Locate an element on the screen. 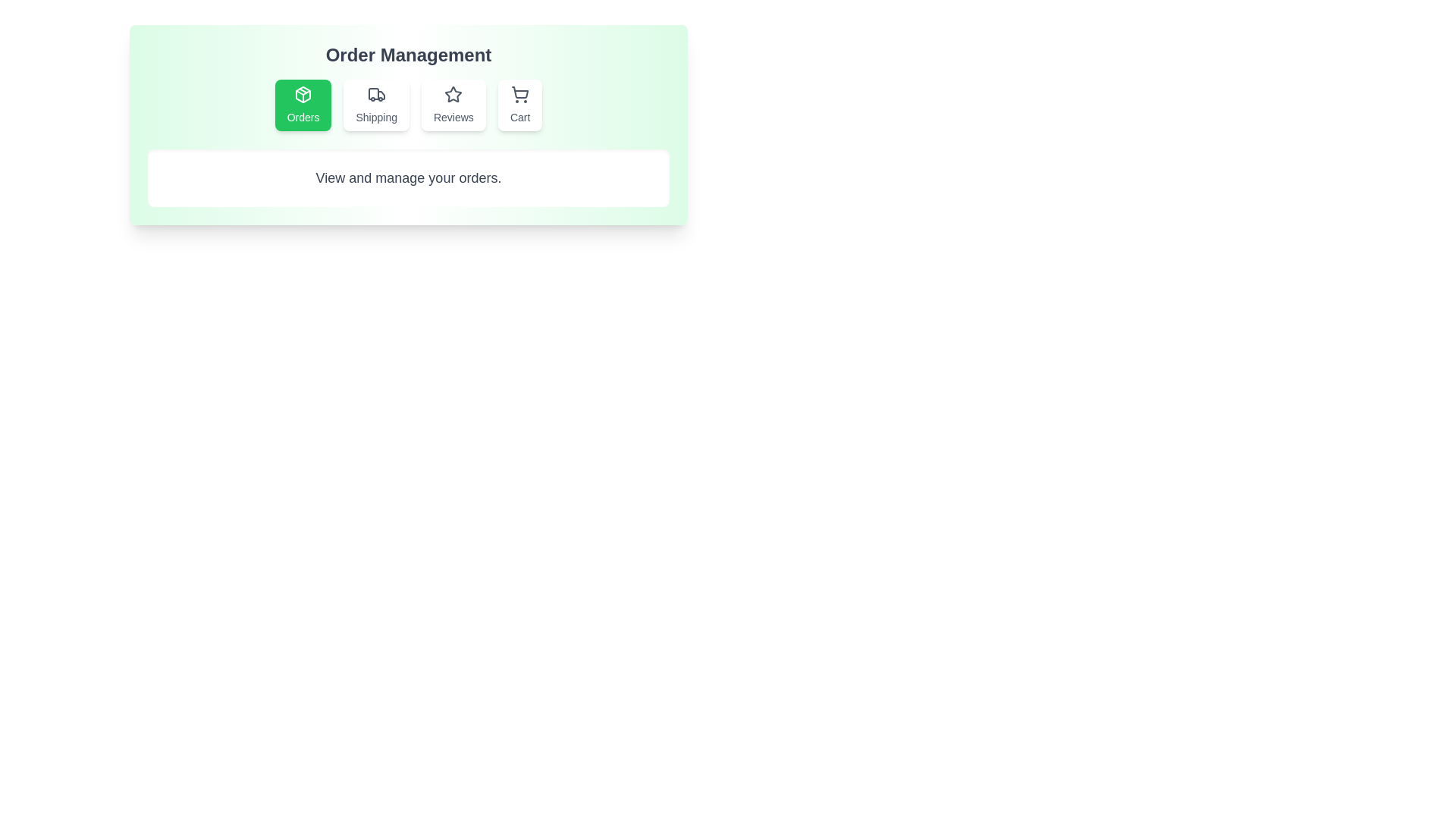  the star icon representing the 'Reviews' section, which has a thin black outline and no fill, located between the 'Shipping' and 'Cart' icons is located at coordinates (453, 94).